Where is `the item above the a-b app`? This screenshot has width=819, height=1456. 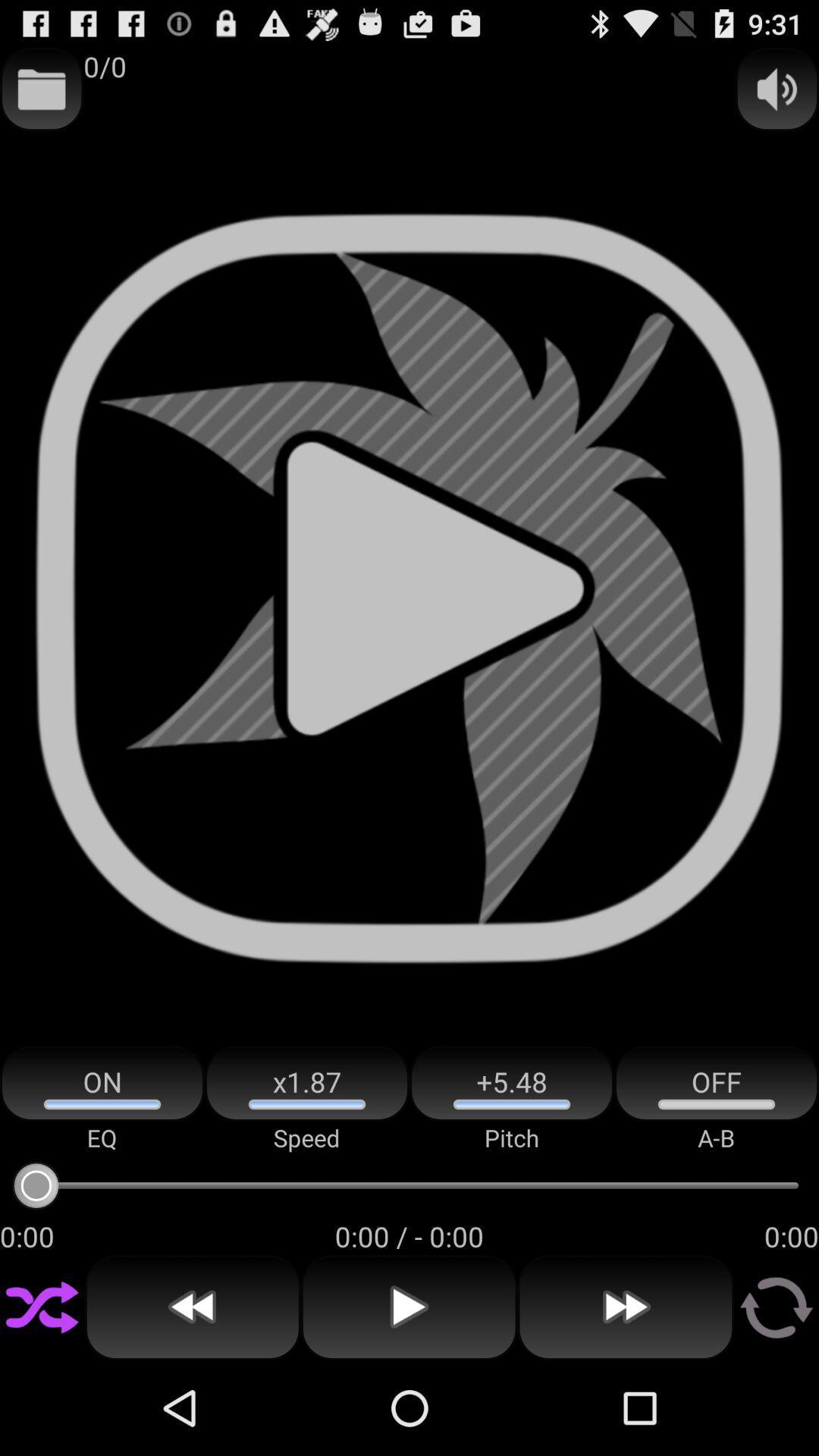
the item above the a-b app is located at coordinates (717, 1083).